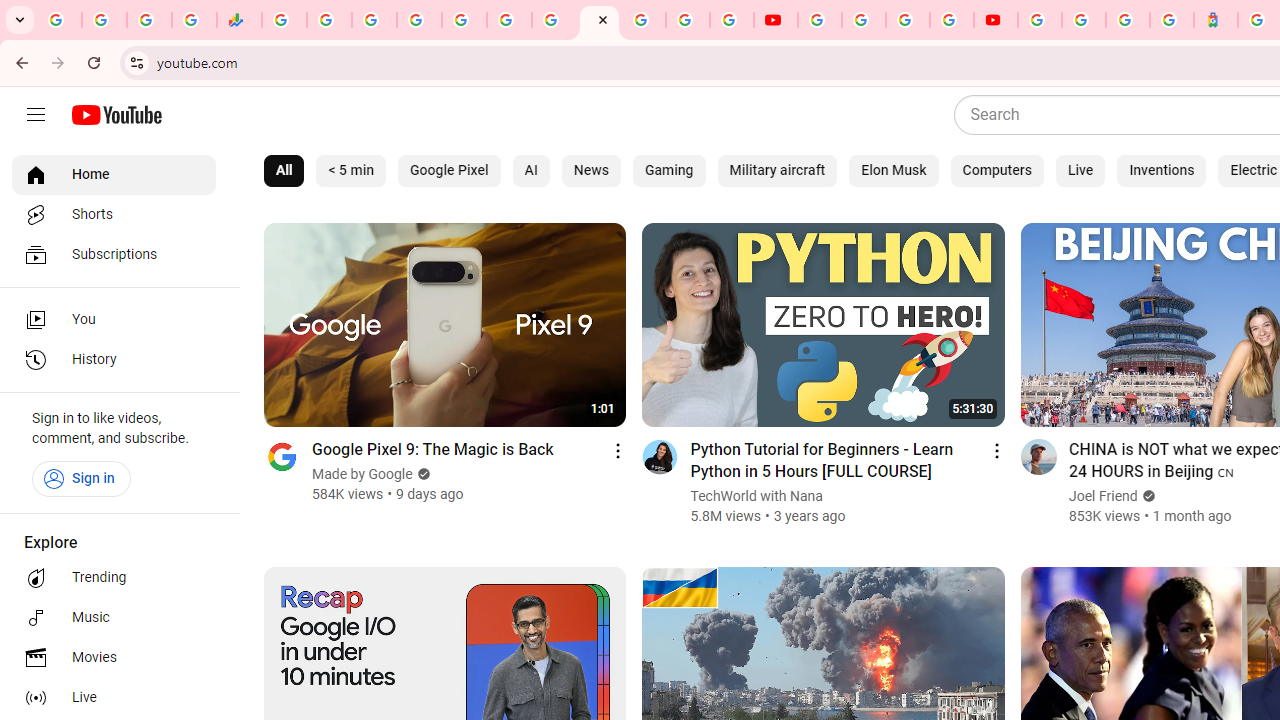 This screenshot has height=720, width=1280. What do you see at coordinates (669, 170) in the screenshot?
I see `'Gaming'` at bounding box center [669, 170].